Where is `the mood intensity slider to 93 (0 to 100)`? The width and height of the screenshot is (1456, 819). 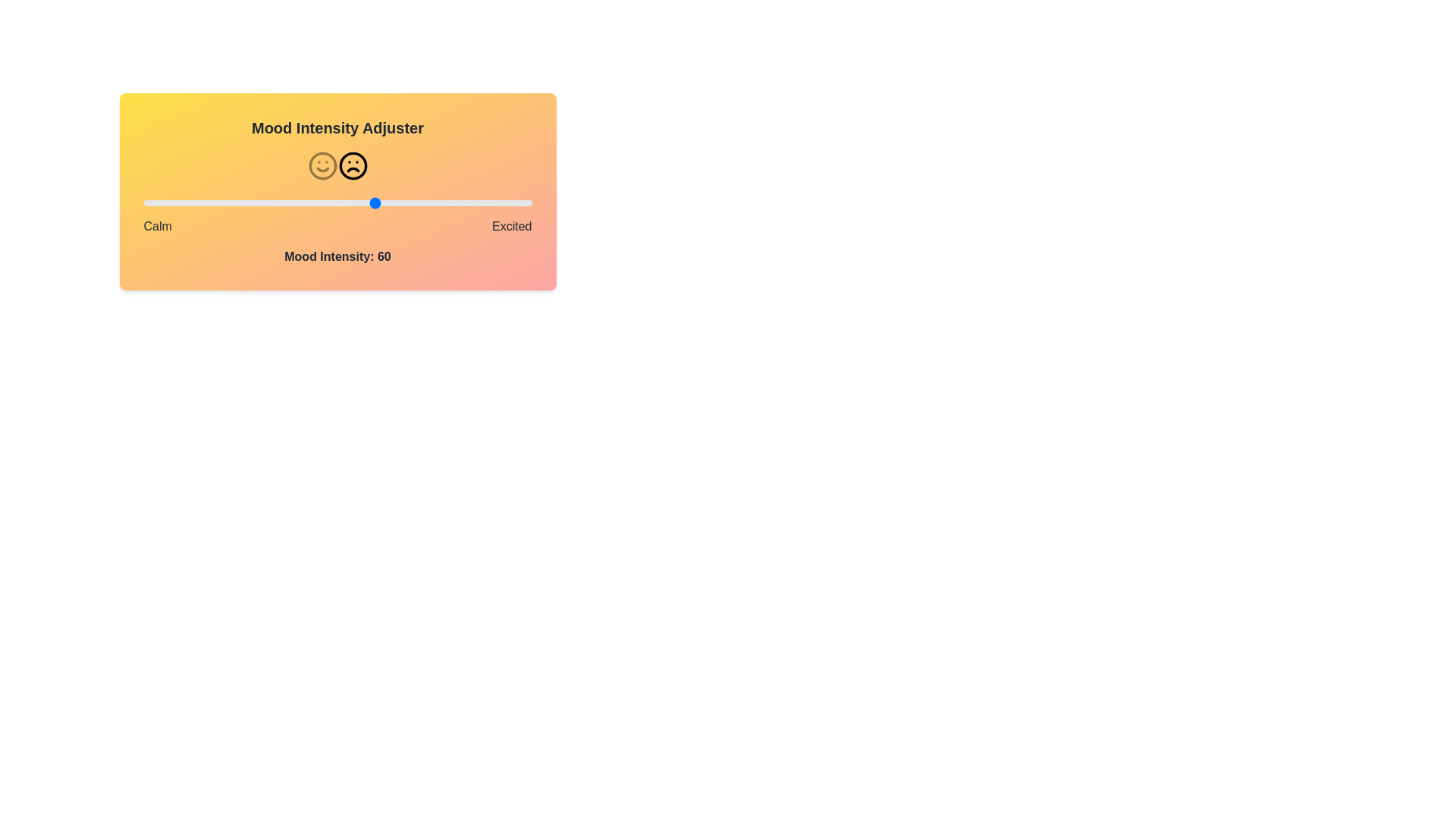 the mood intensity slider to 93 (0 to 100) is located at coordinates (504, 202).